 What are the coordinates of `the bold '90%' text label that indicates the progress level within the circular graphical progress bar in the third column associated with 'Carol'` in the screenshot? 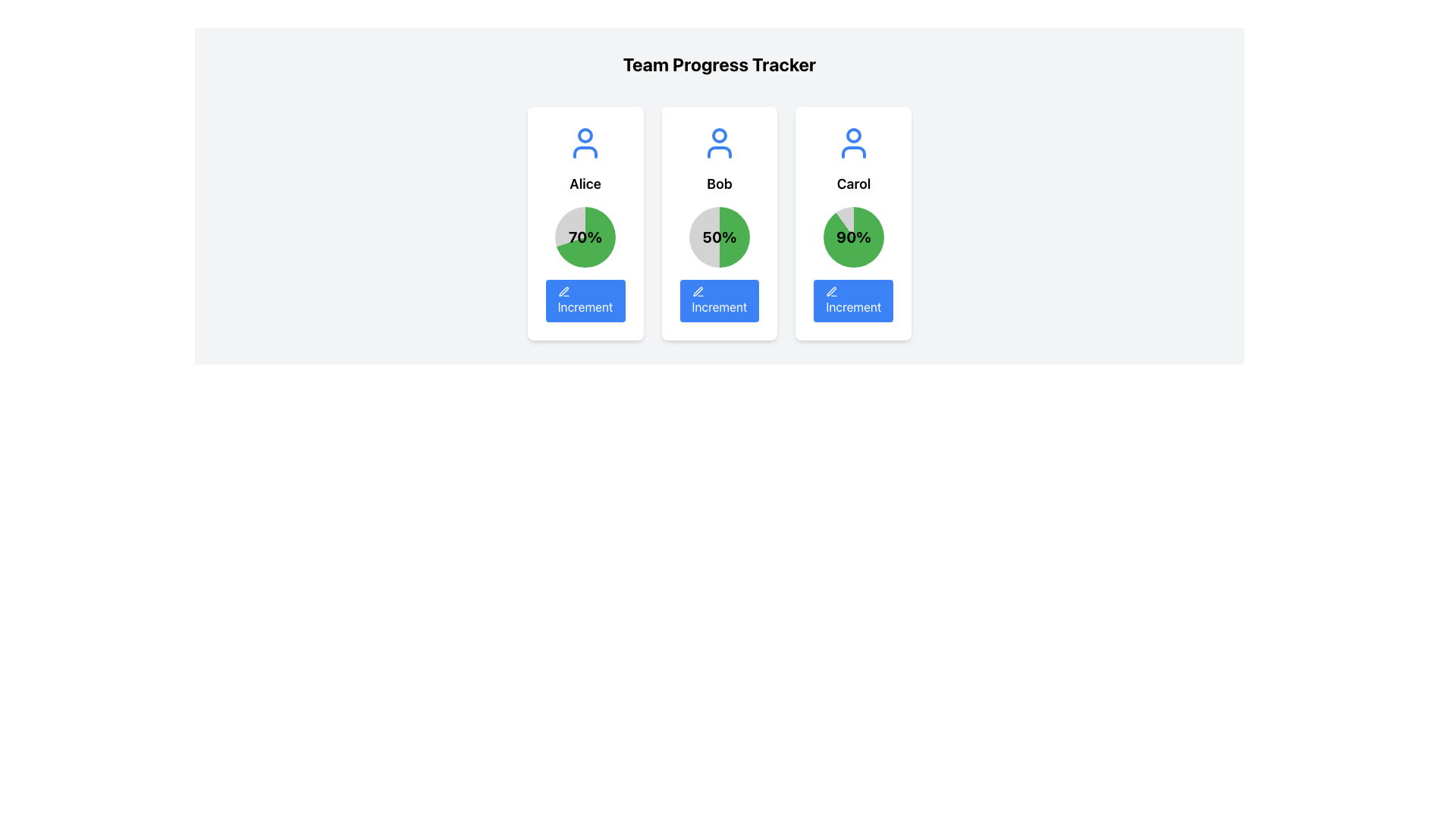 It's located at (853, 237).